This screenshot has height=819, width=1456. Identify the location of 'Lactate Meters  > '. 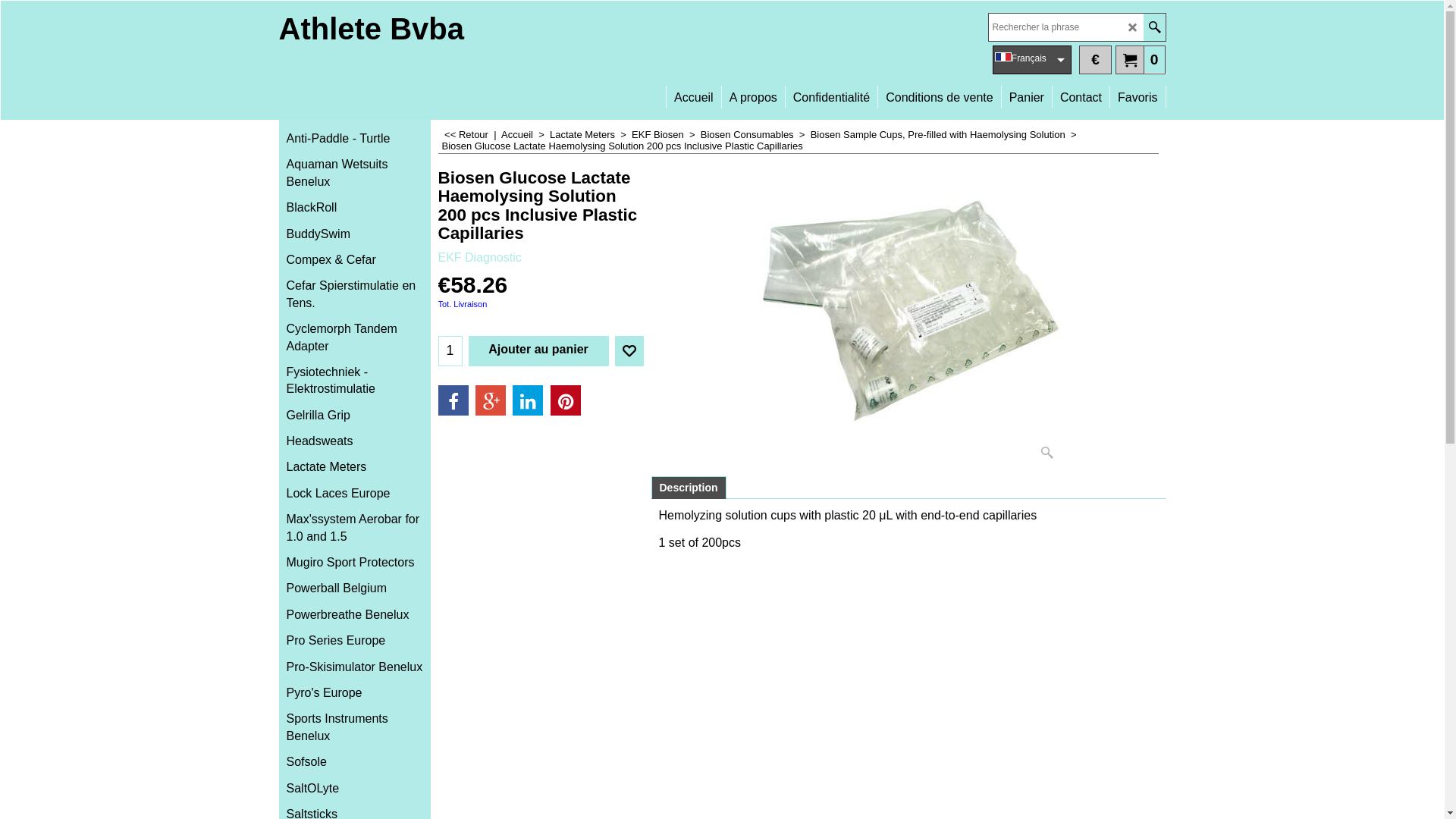
(589, 133).